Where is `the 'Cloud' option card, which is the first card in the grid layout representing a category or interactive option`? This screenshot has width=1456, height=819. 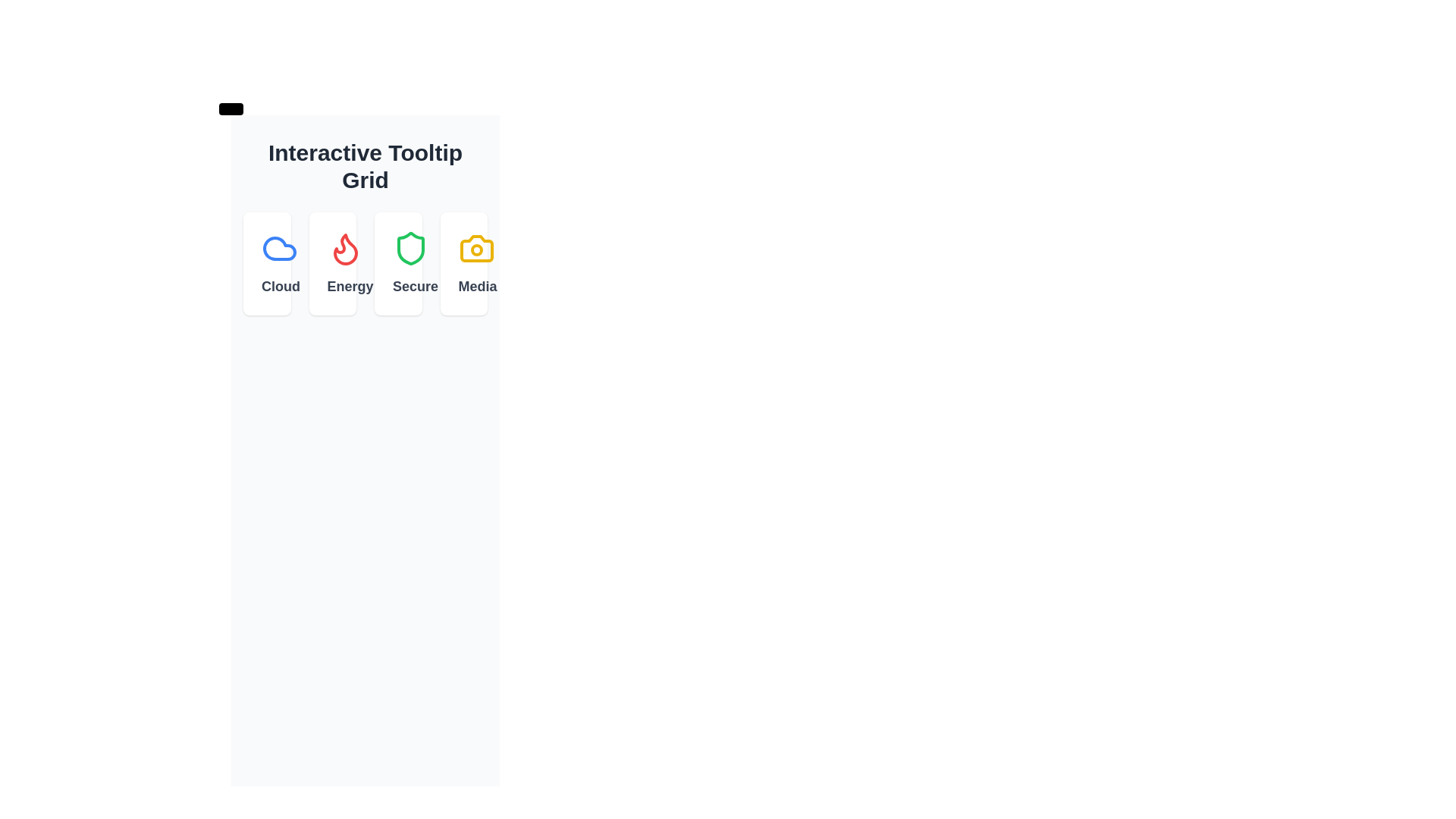 the 'Cloud' option card, which is the first card in the grid layout representing a category or interactive option is located at coordinates (267, 262).